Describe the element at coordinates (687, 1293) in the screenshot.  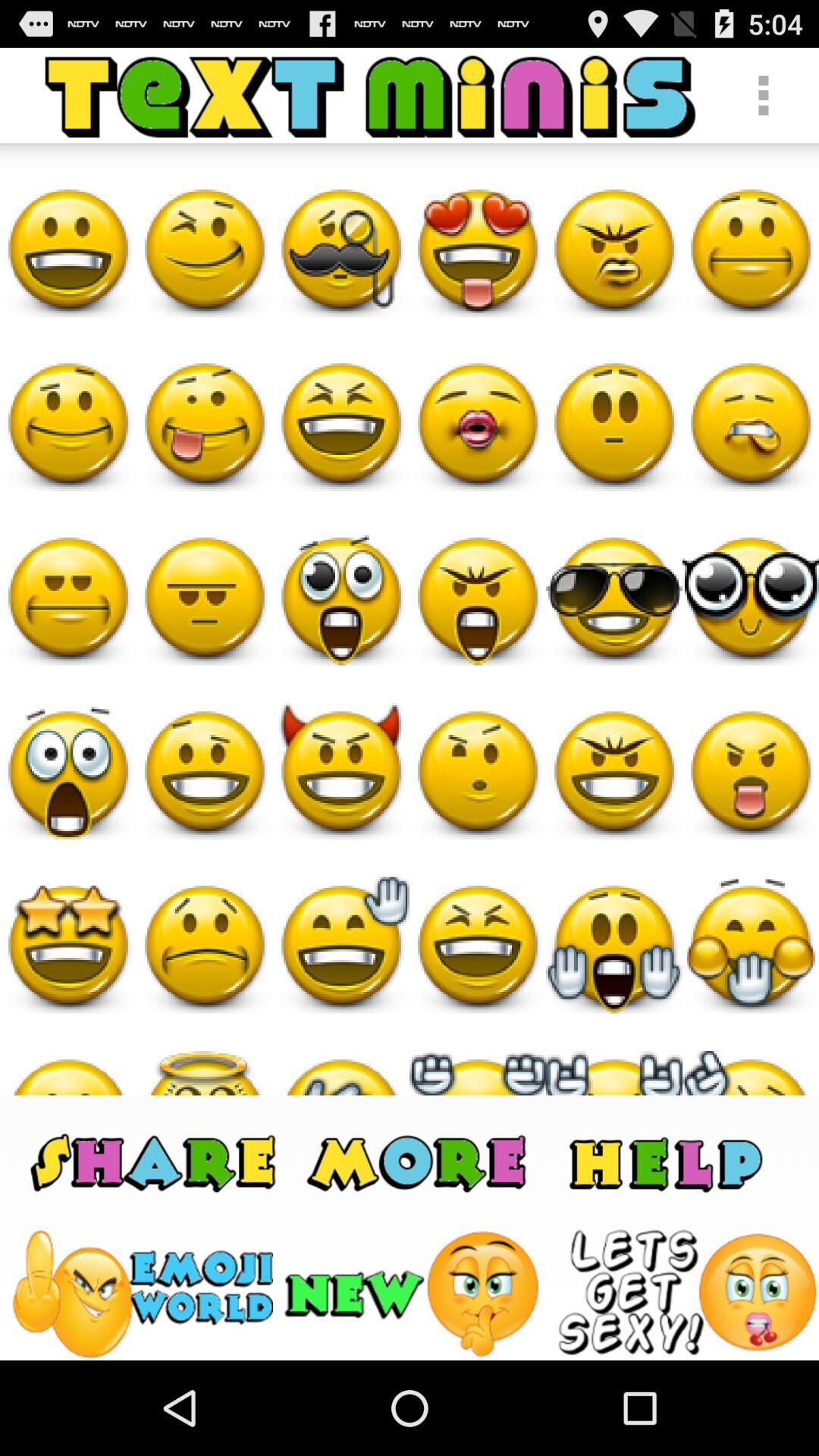
I see `emoji sexy` at that location.